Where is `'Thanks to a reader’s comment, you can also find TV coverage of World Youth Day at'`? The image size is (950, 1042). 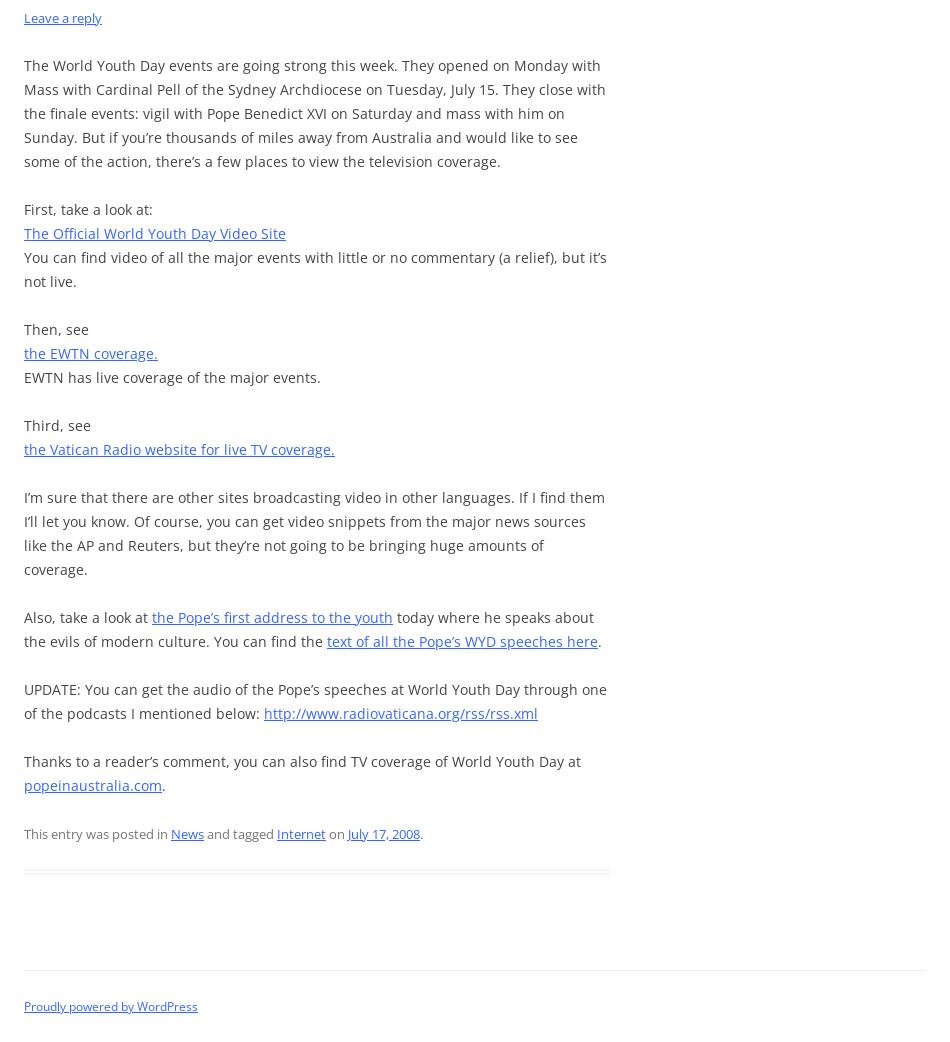 'Thanks to a reader’s comment, you can also find TV coverage of World Youth Day at' is located at coordinates (301, 760).